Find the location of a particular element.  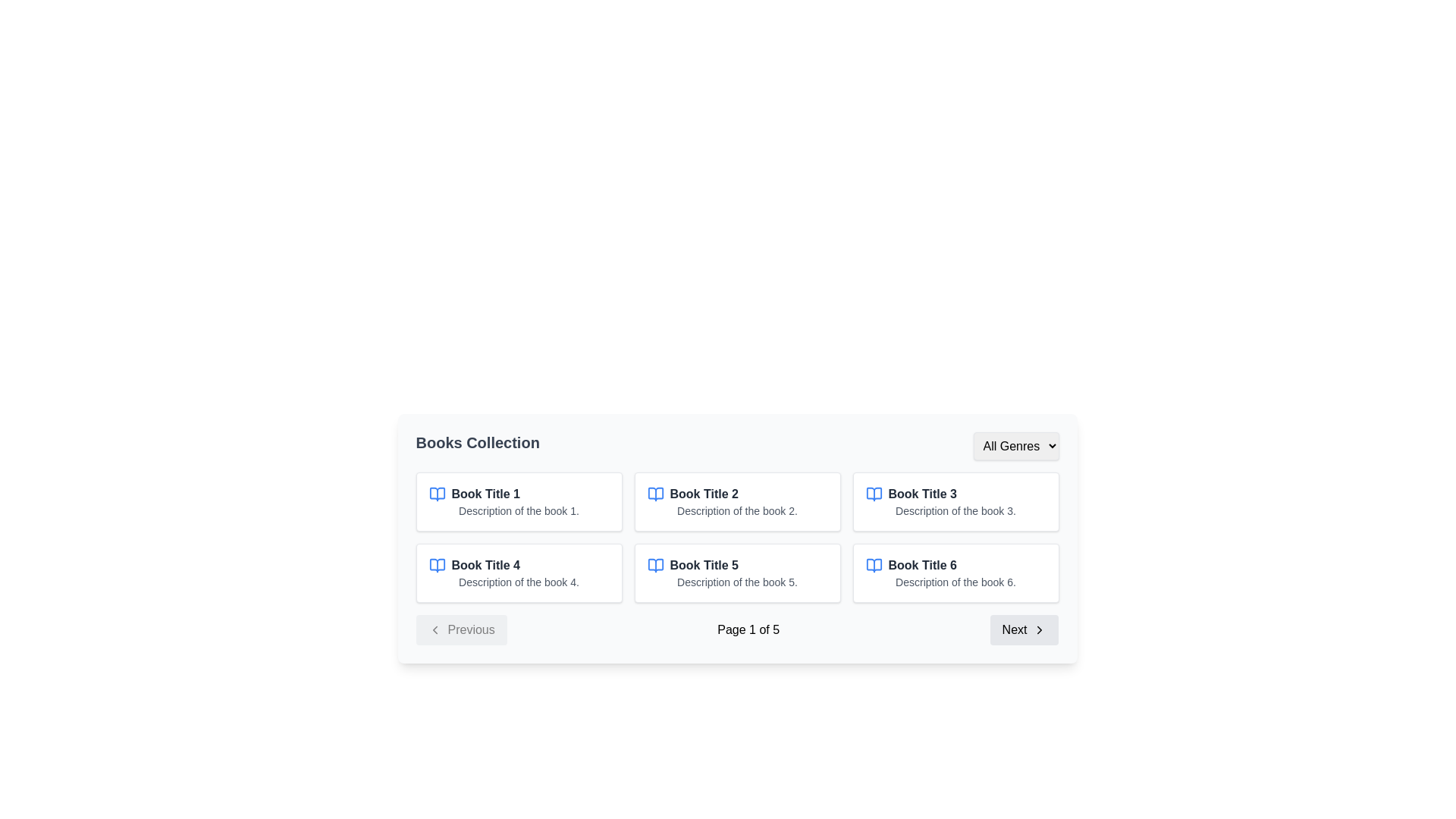

the chevron-right icon located within the 'Next' button on the navigation bar at the bottom of the card containing book titles is located at coordinates (1039, 629).